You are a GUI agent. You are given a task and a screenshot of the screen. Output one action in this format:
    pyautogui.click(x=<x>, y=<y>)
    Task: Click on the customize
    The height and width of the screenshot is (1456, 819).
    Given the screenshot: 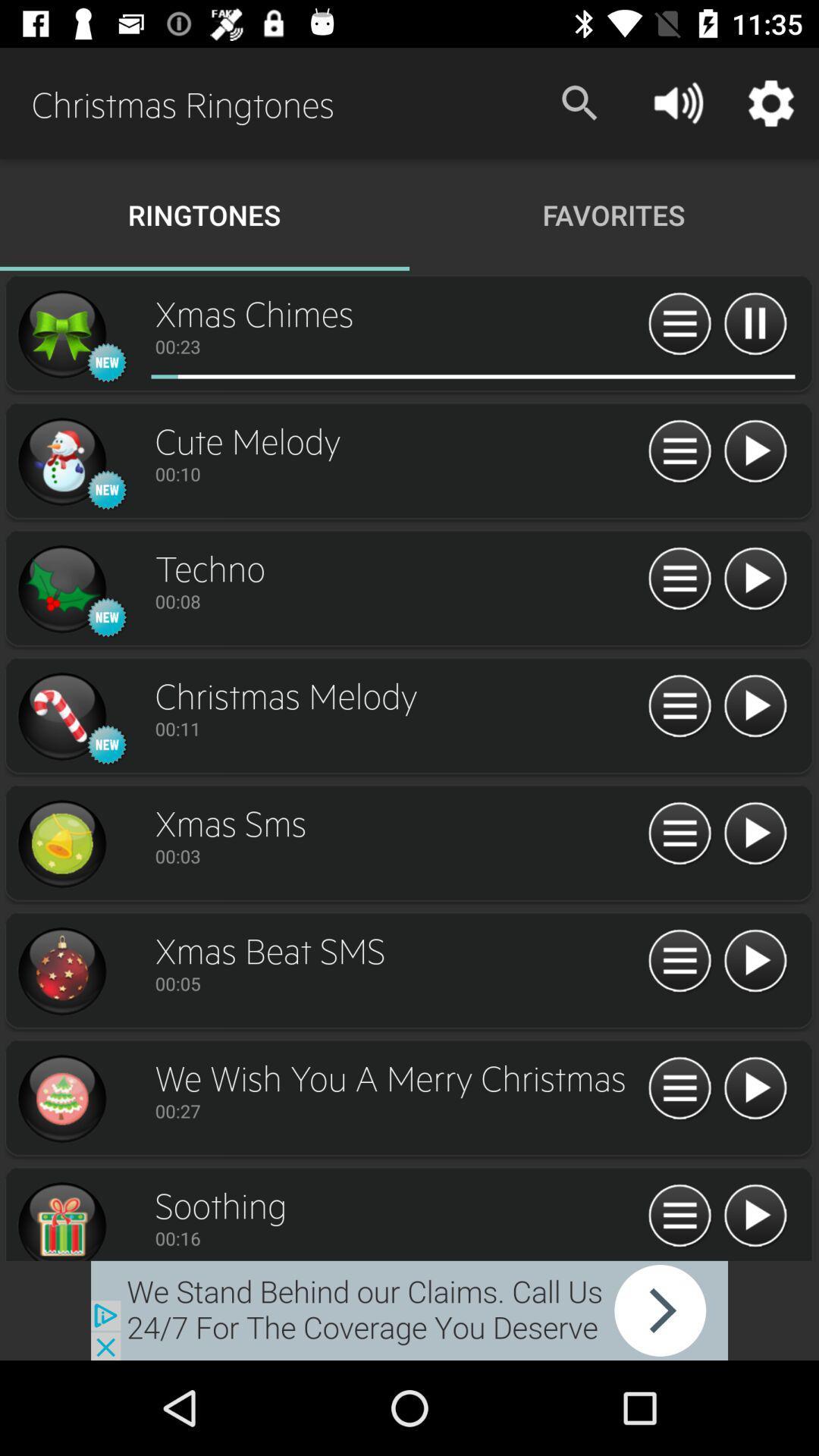 What is the action you would take?
    pyautogui.click(x=679, y=451)
    